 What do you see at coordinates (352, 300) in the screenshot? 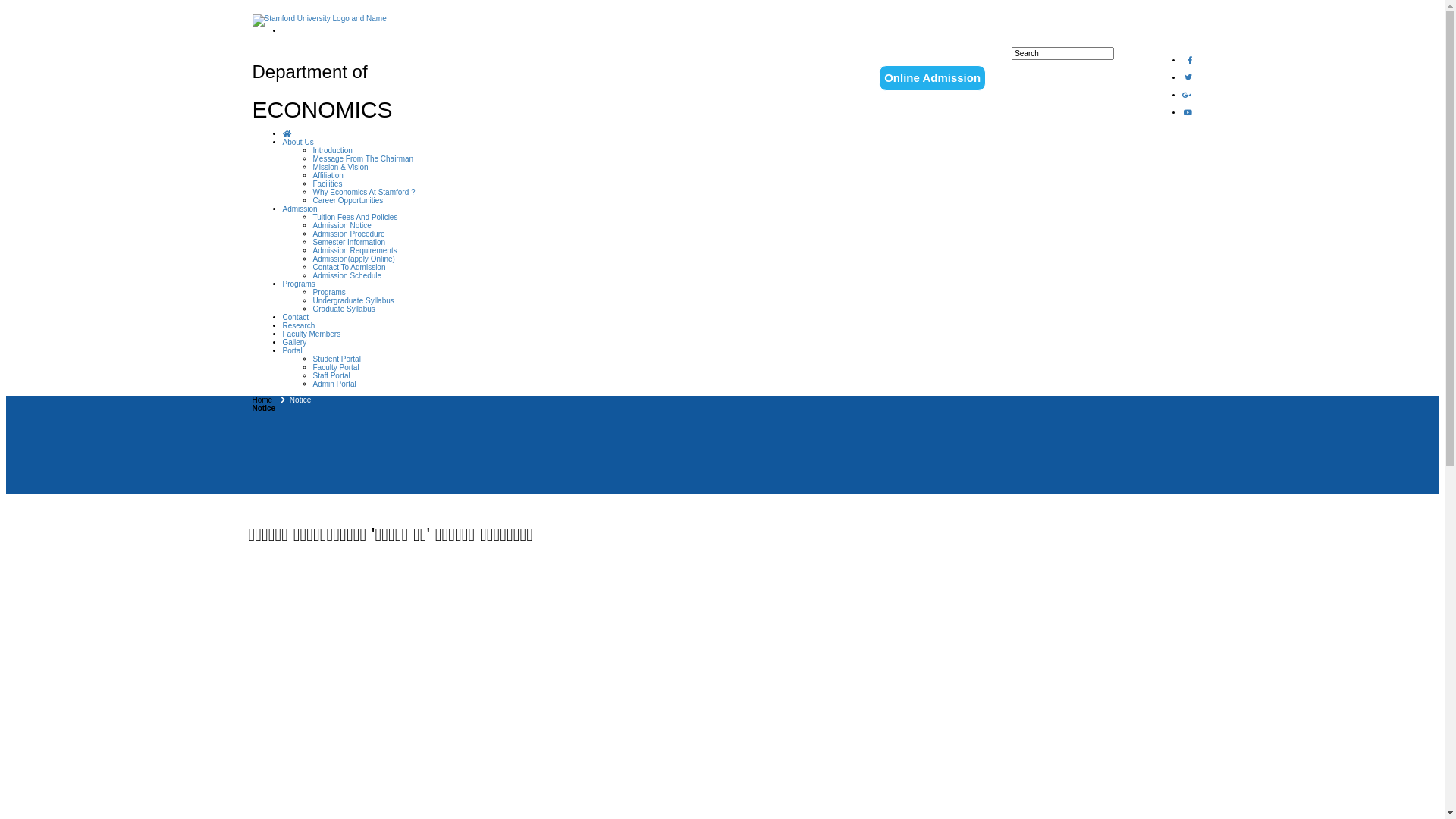
I see `'Undergraduate Syllabus'` at bounding box center [352, 300].